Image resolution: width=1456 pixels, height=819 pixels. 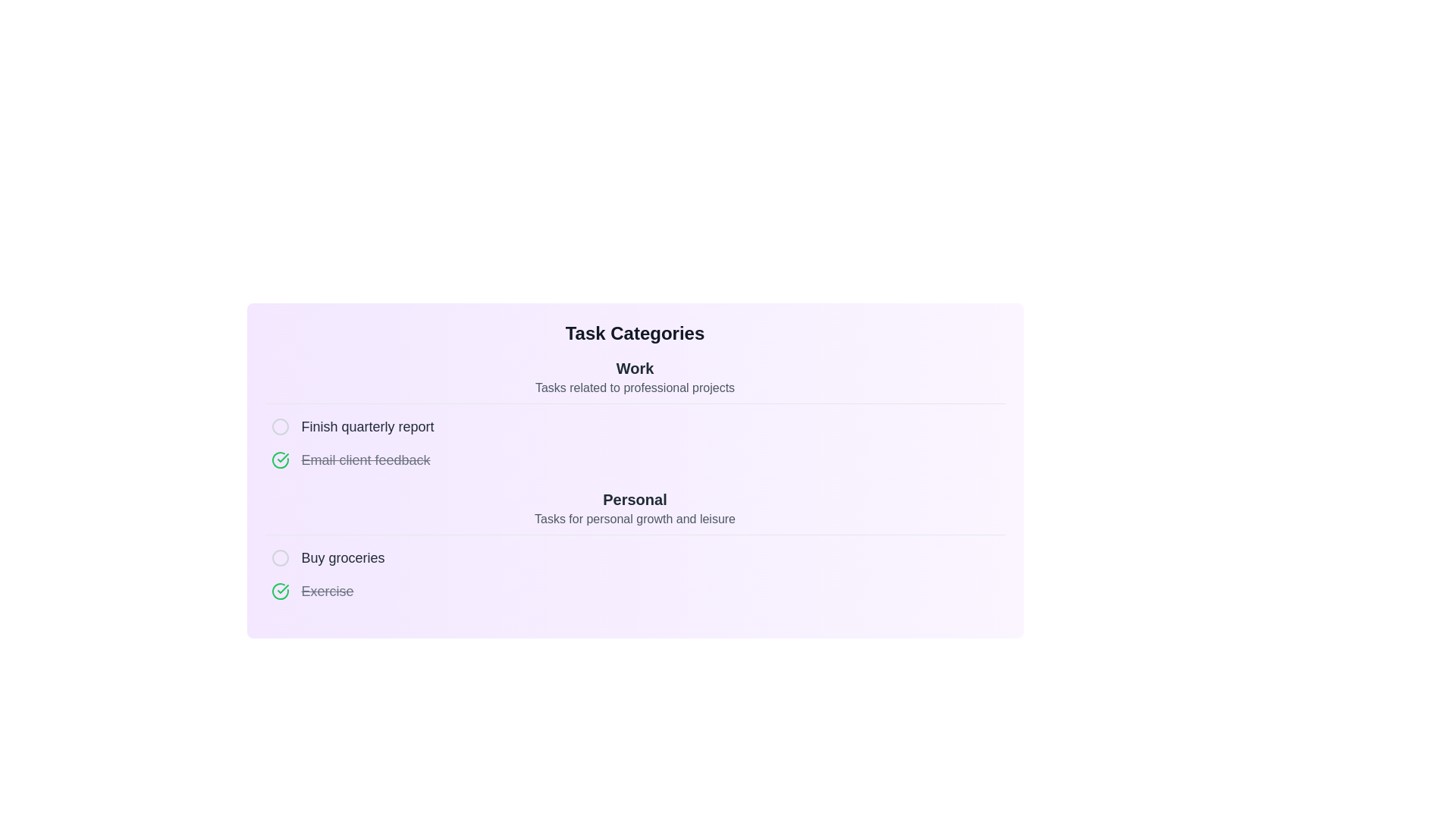 What do you see at coordinates (342, 558) in the screenshot?
I see `the text label that denotes a task in the 'Personal' to-do list section, which is the third item in the list and aligned horizontally with an adjacent checkbox` at bounding box center [342, 558].